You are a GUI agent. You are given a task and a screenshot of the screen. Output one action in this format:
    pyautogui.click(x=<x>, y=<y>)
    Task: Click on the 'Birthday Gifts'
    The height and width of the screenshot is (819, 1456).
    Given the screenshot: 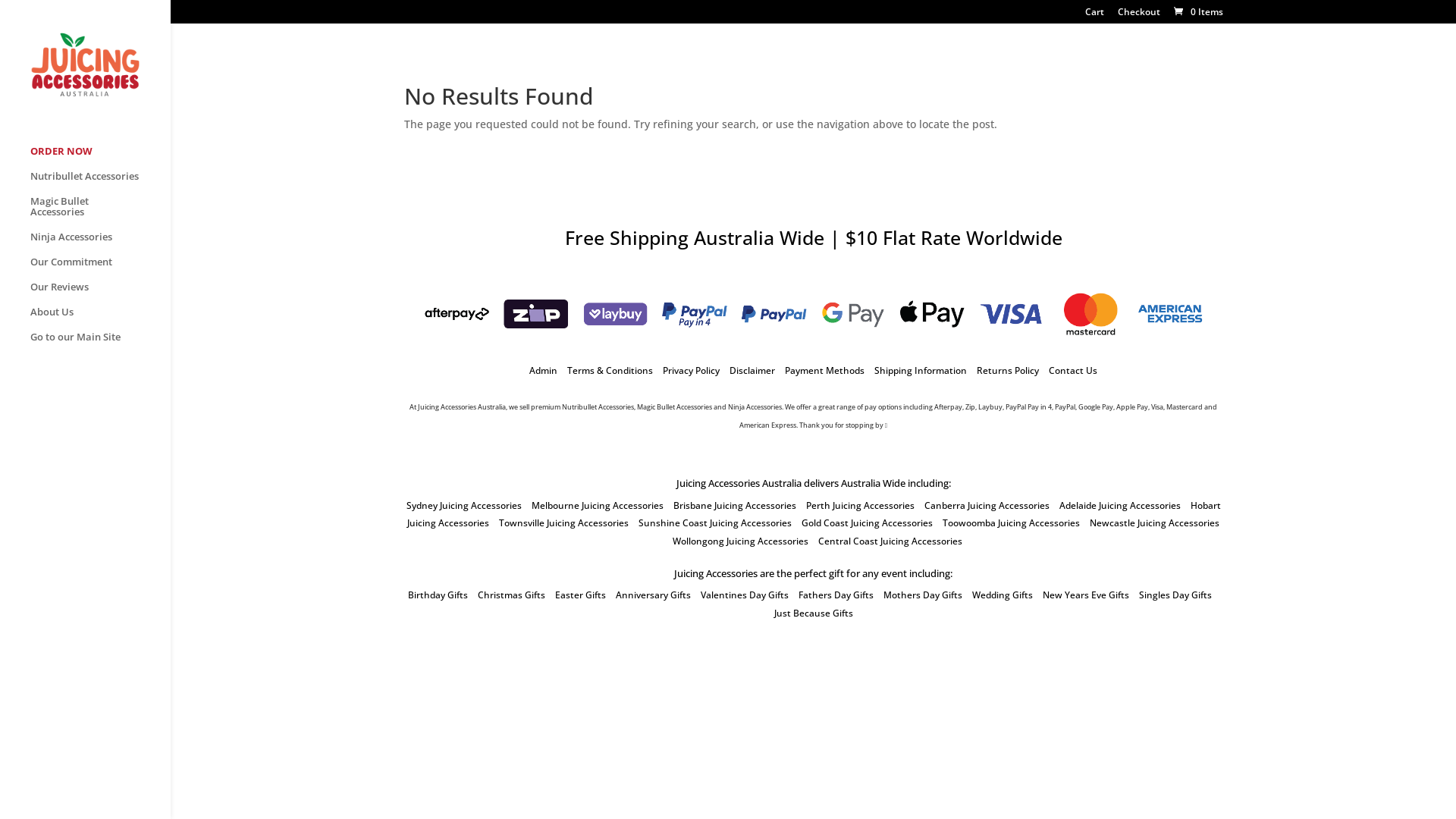 What is the action you would take?
    pyautogui.click(x=437, y=594)
    